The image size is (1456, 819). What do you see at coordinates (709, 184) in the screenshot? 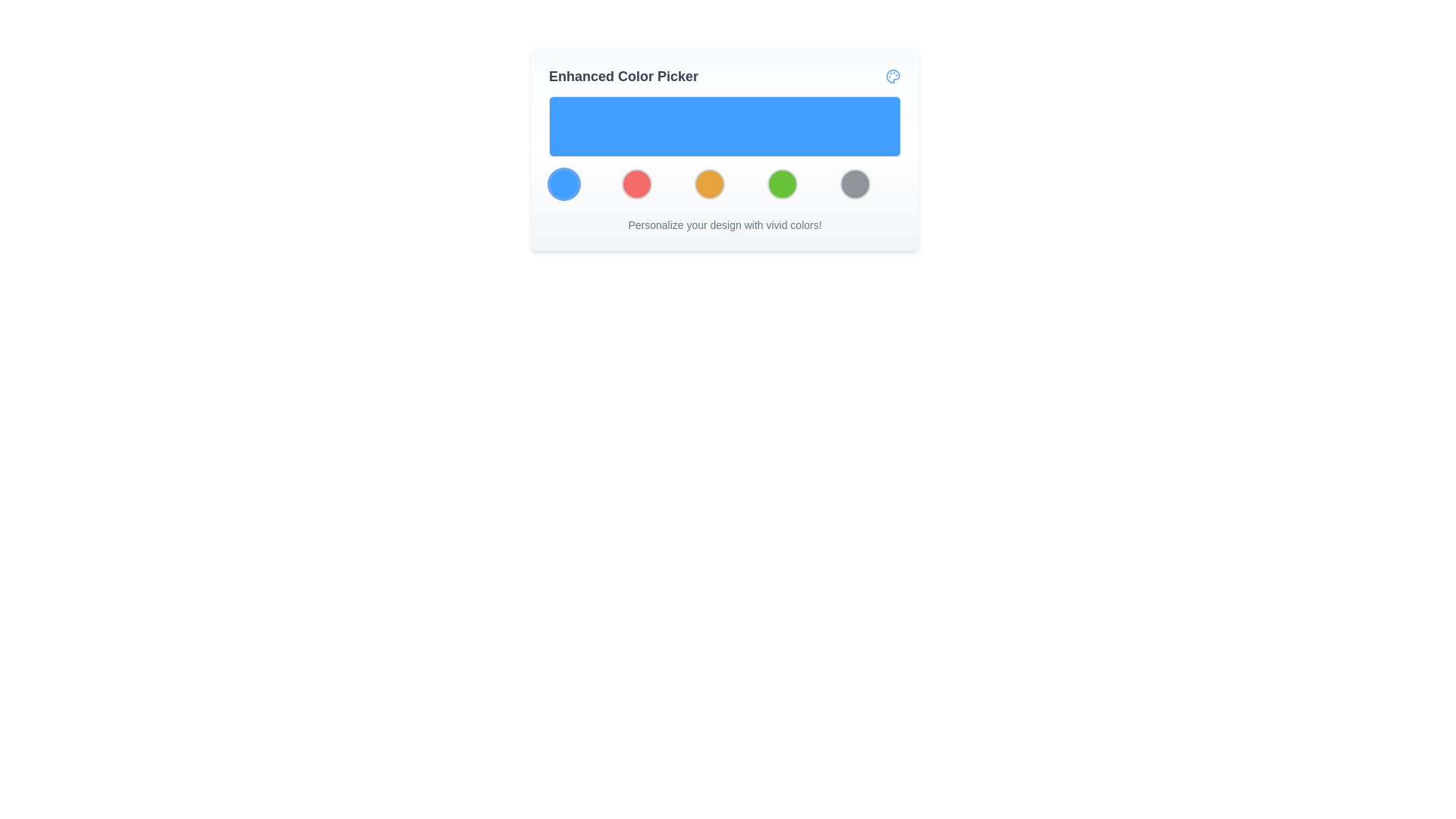
I see `the orange color selection button, which is the third circle in a horizontal row of five circles located beneath the 'Enhanced Color Picker' area` at bounding box center [709, 184].